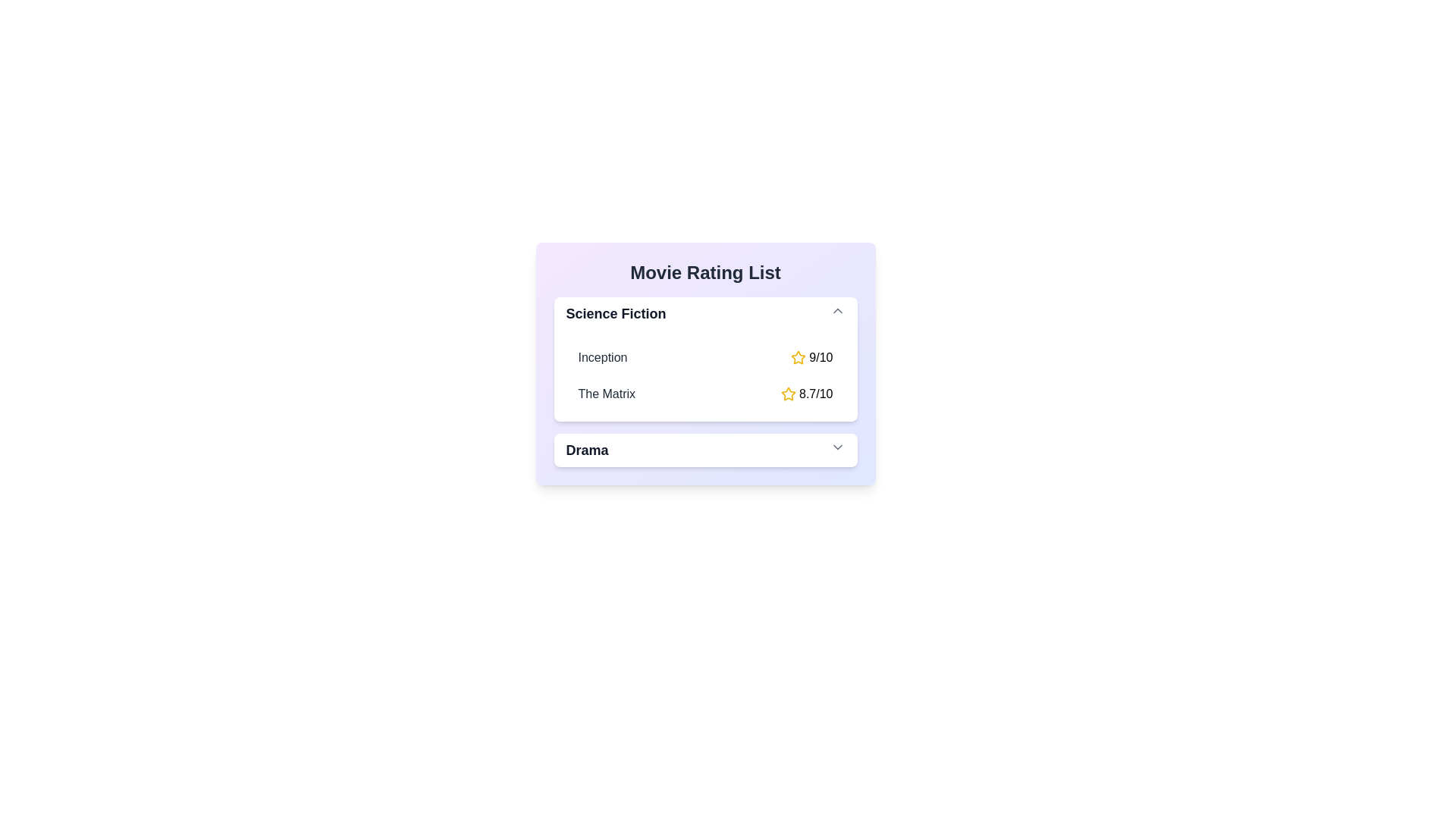 This screenshot has height=819, width=1456. Describe the element at coordinates (704, 271) in the screenshot. I see `the title of the component labeled 'Movie Rating List'` at that location.